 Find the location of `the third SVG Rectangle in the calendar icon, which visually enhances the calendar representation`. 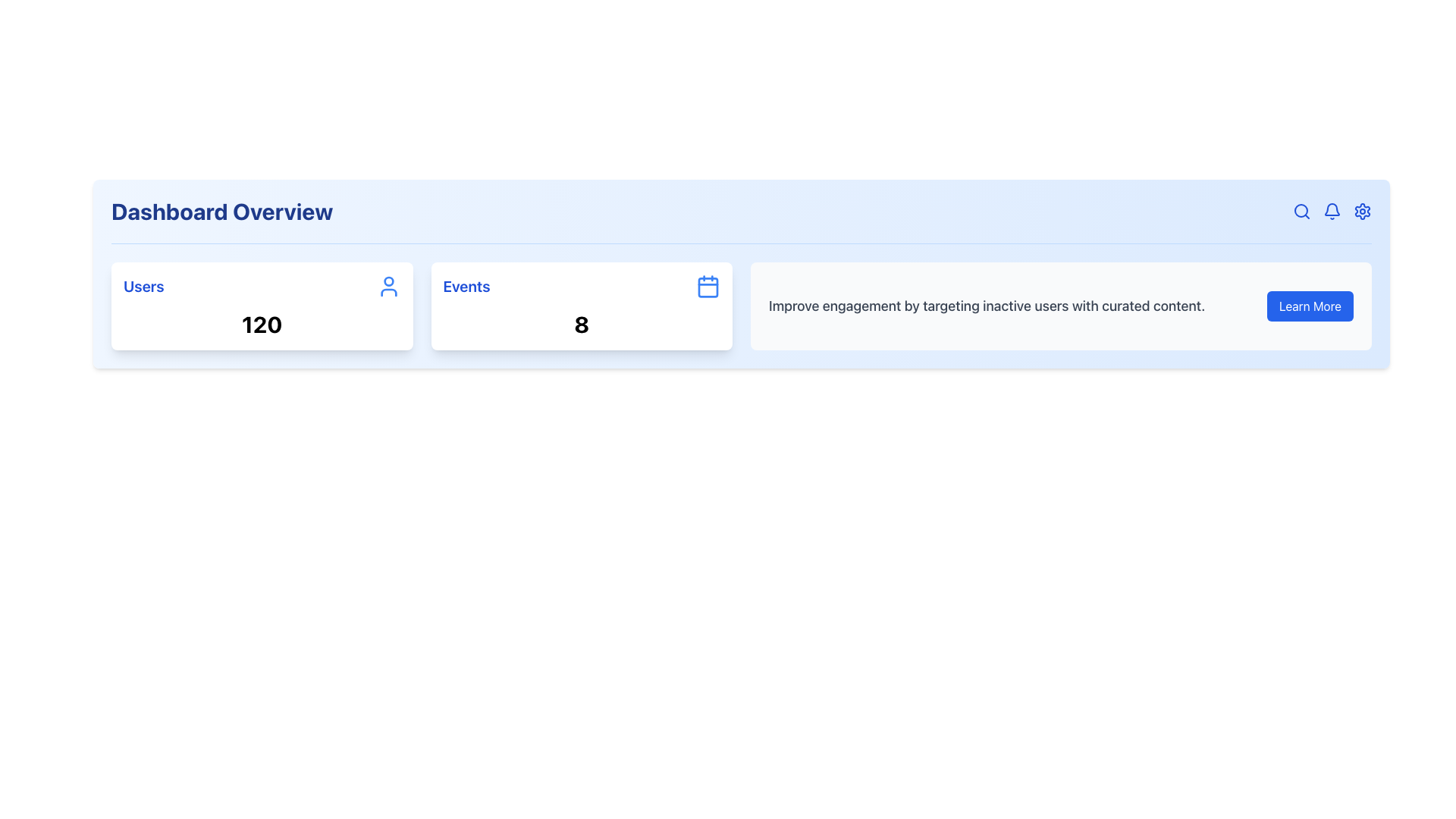

the third SVG Rectangle in the calendar icon, which visually enhances the calendar representation is located at coordinates (708, 287).